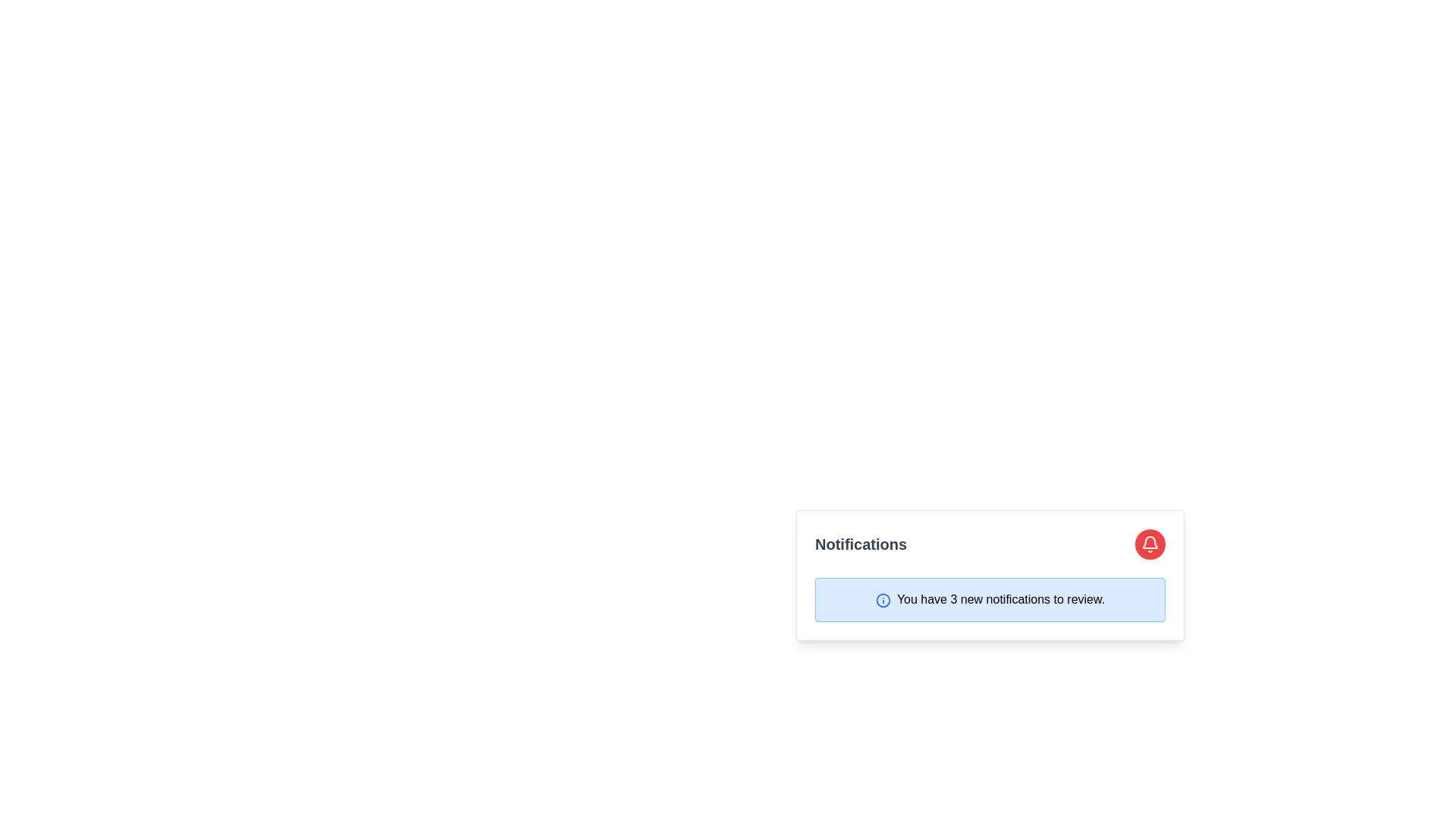 The width and height of the screenshot is (1456, 819). Describe the element at coordinates (1150, 543) in the screenshot. I see `the bell-shaped notification icon located in the top-right corner within a red circular background` at that location.